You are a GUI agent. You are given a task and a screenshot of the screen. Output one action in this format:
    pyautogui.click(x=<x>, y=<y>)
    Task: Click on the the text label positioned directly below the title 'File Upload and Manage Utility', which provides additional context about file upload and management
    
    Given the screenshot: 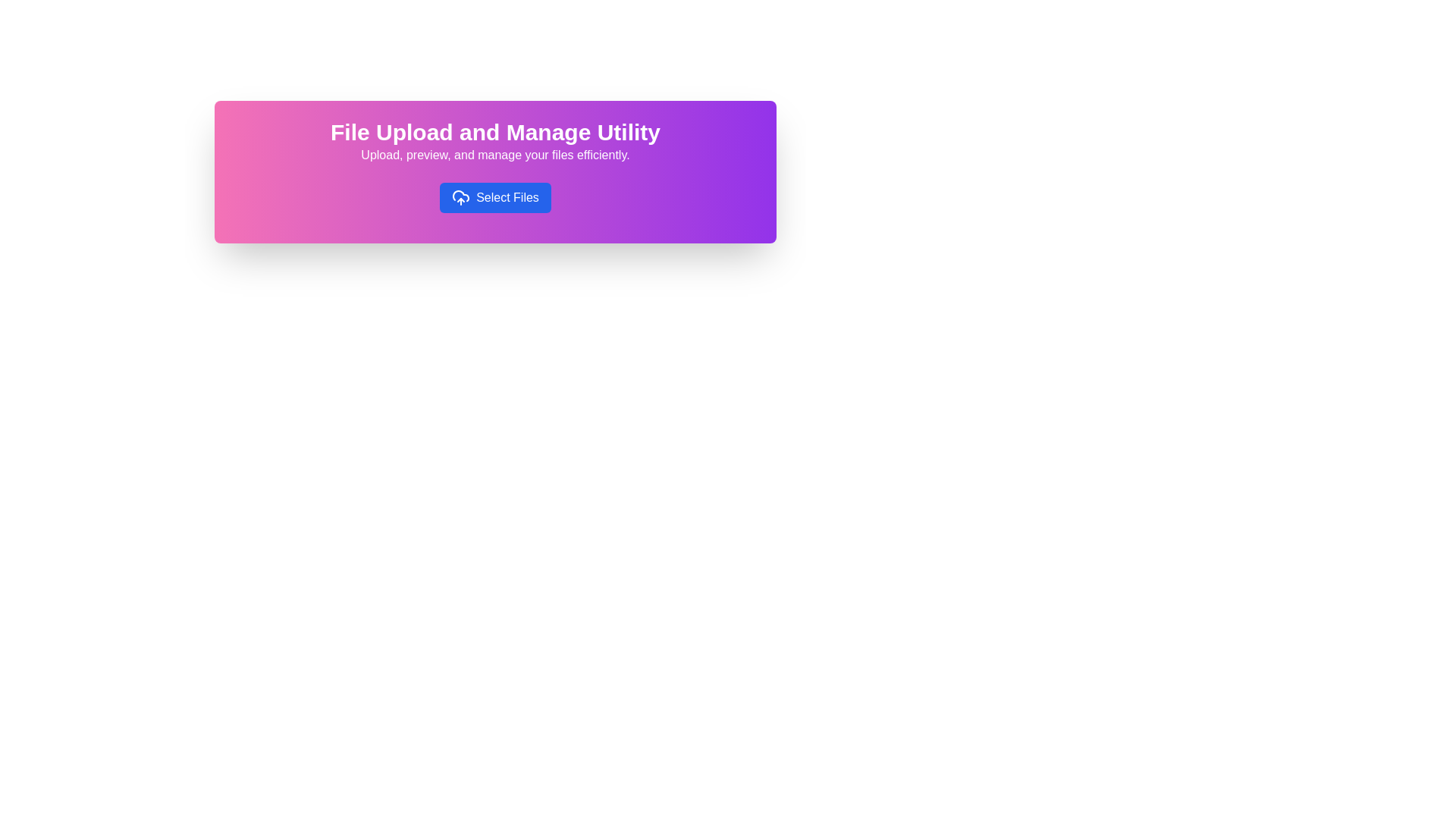 What is the action you would take?
    pyautogui.click(x=495, y=155)
    